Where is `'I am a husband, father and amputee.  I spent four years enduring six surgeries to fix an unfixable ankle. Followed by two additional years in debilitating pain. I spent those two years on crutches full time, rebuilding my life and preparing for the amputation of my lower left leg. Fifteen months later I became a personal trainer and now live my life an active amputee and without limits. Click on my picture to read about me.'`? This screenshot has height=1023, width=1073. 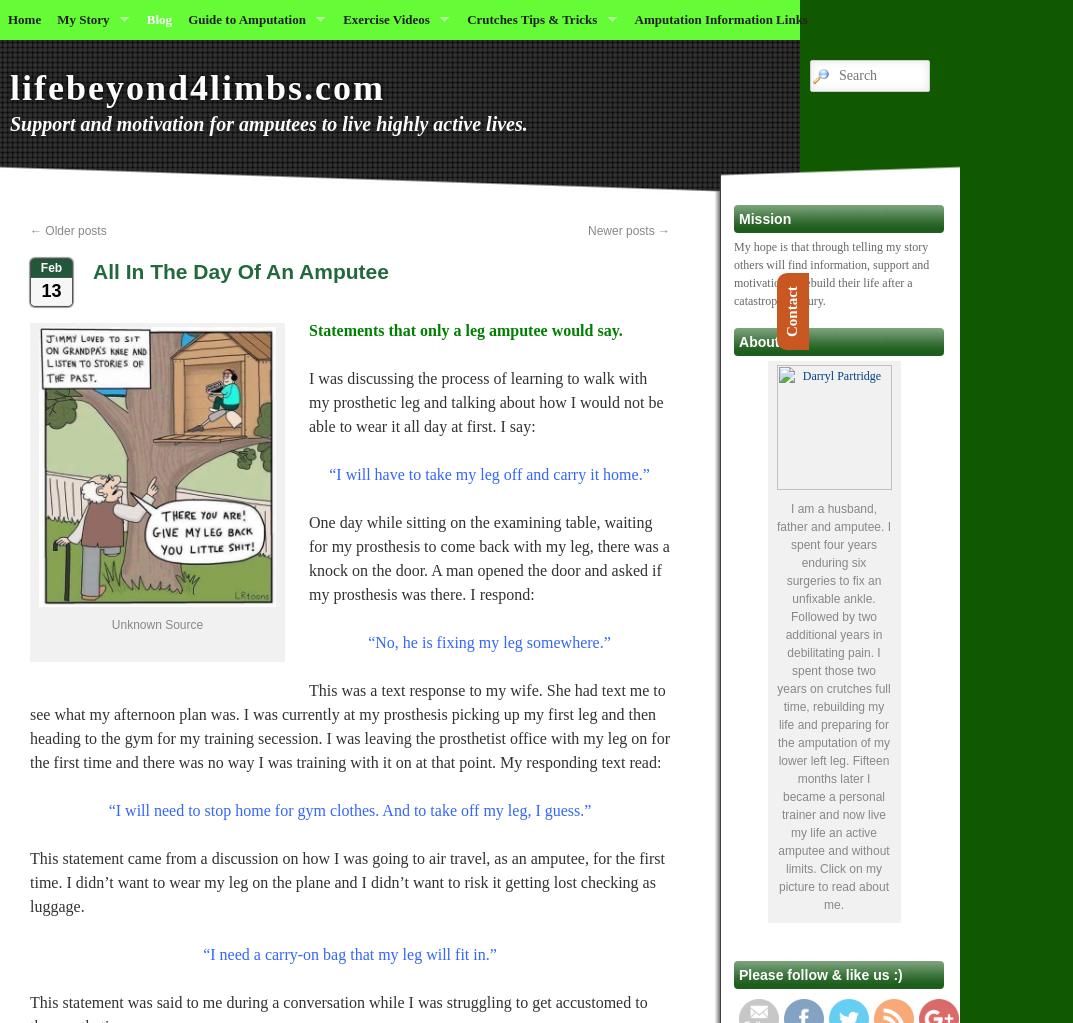 'I am a husband, father and amputee.  I spent four years enduring six surgeries to fix an unfixable ankle. Followed by two additional years in debilitating pain. I spent those two years on crutches full time, rebuilding my life and preparing for the amputation of my lower left leg. Fifteen months later I became a personal trainer and now live my life an active amputee and without limits. Click on my picture to read about me.' is located at coordinates (833, 705).